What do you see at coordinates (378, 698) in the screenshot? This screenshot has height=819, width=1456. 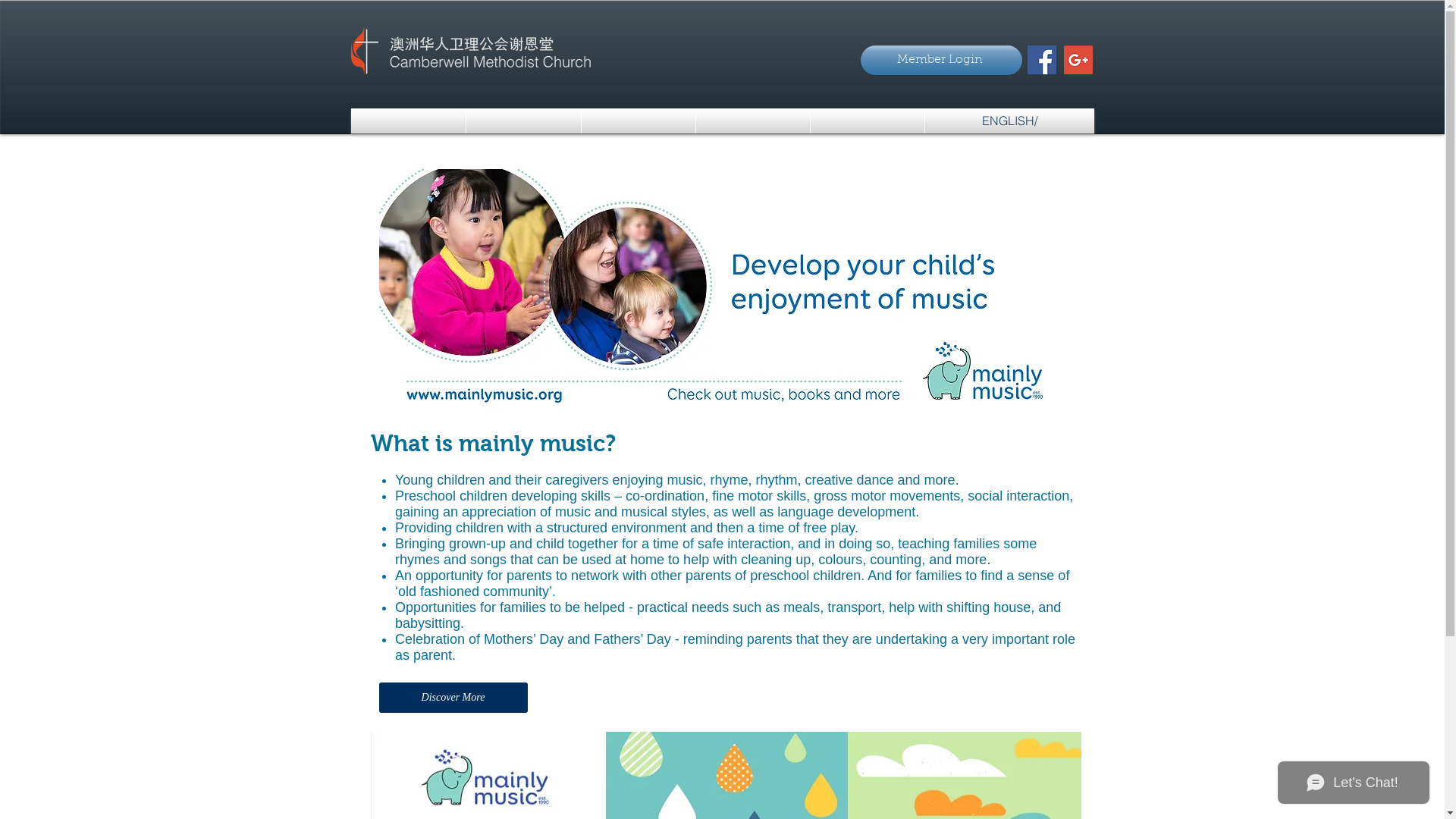 I see `'Discover More'` at bounding box center [378, 698].